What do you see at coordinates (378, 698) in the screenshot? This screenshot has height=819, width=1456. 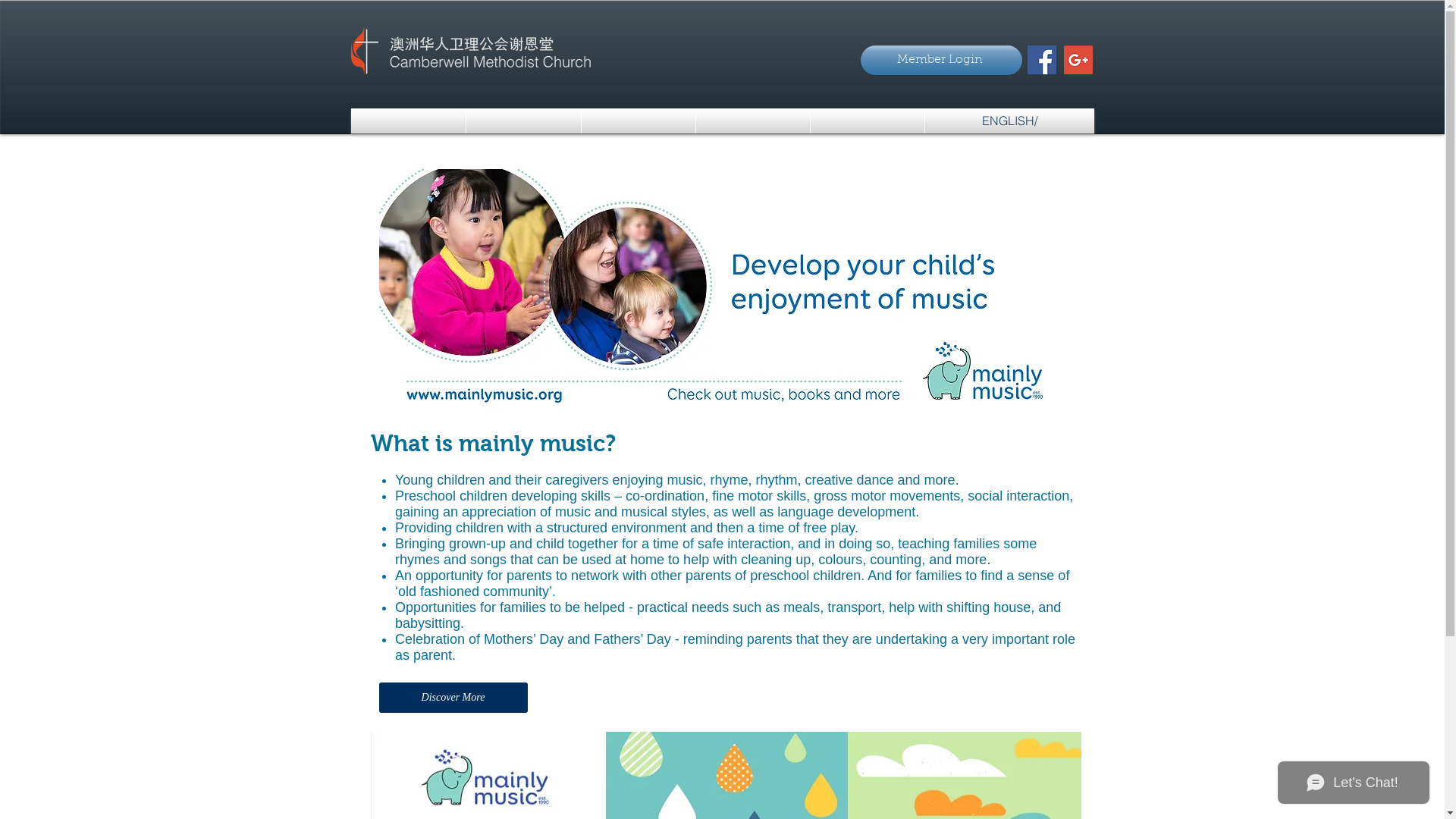 I see `'Discover More'` at bounding box center [378, 698].